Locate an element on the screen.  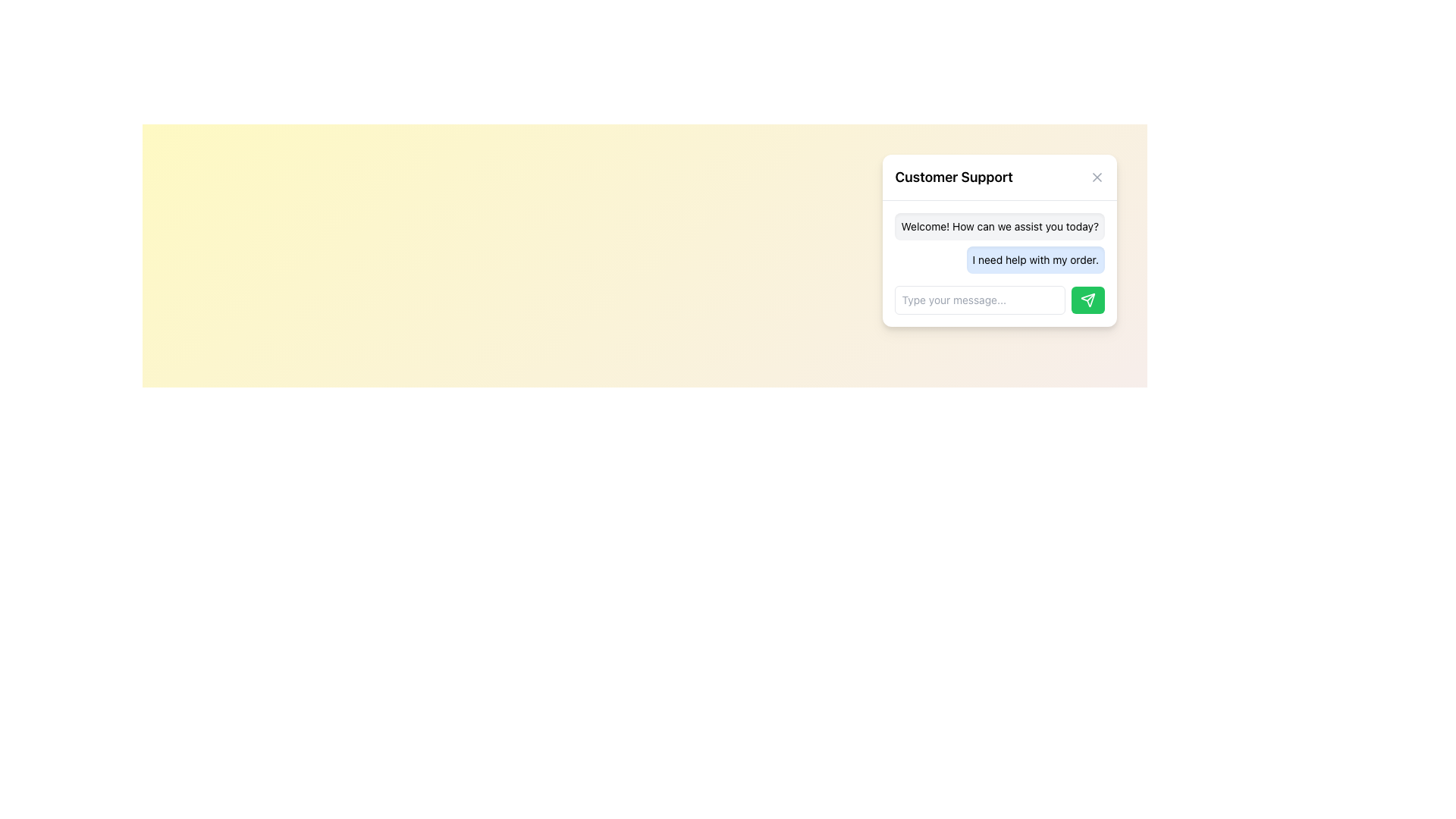
the close button represented by a diagonal cross (X) icon located in the top right corner of the 'Customer Support' dialog box is located at coordinates (1097, 177).